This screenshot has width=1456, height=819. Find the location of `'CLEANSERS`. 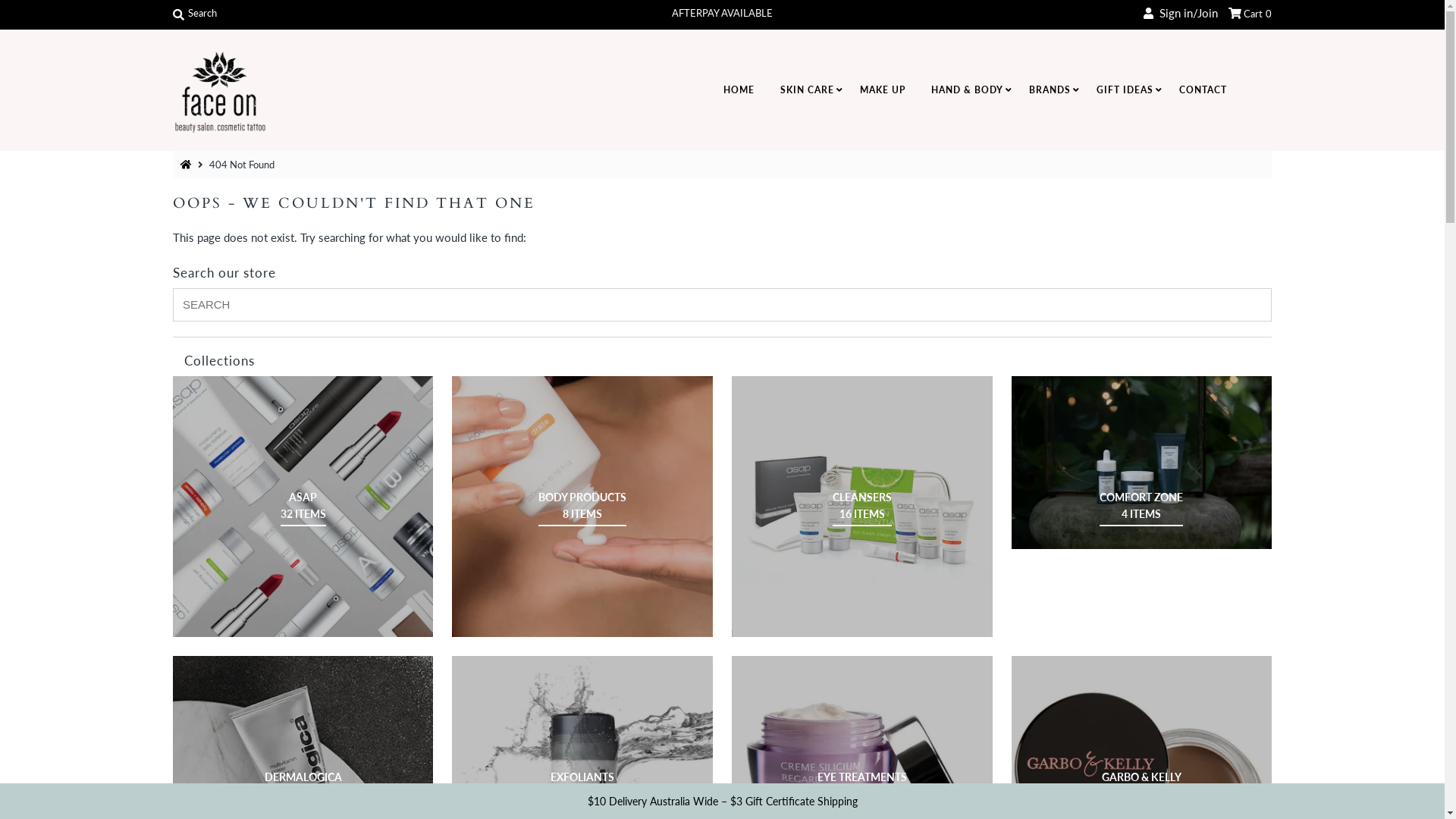

'CLEANSERS is located at coordinates (862, 506).